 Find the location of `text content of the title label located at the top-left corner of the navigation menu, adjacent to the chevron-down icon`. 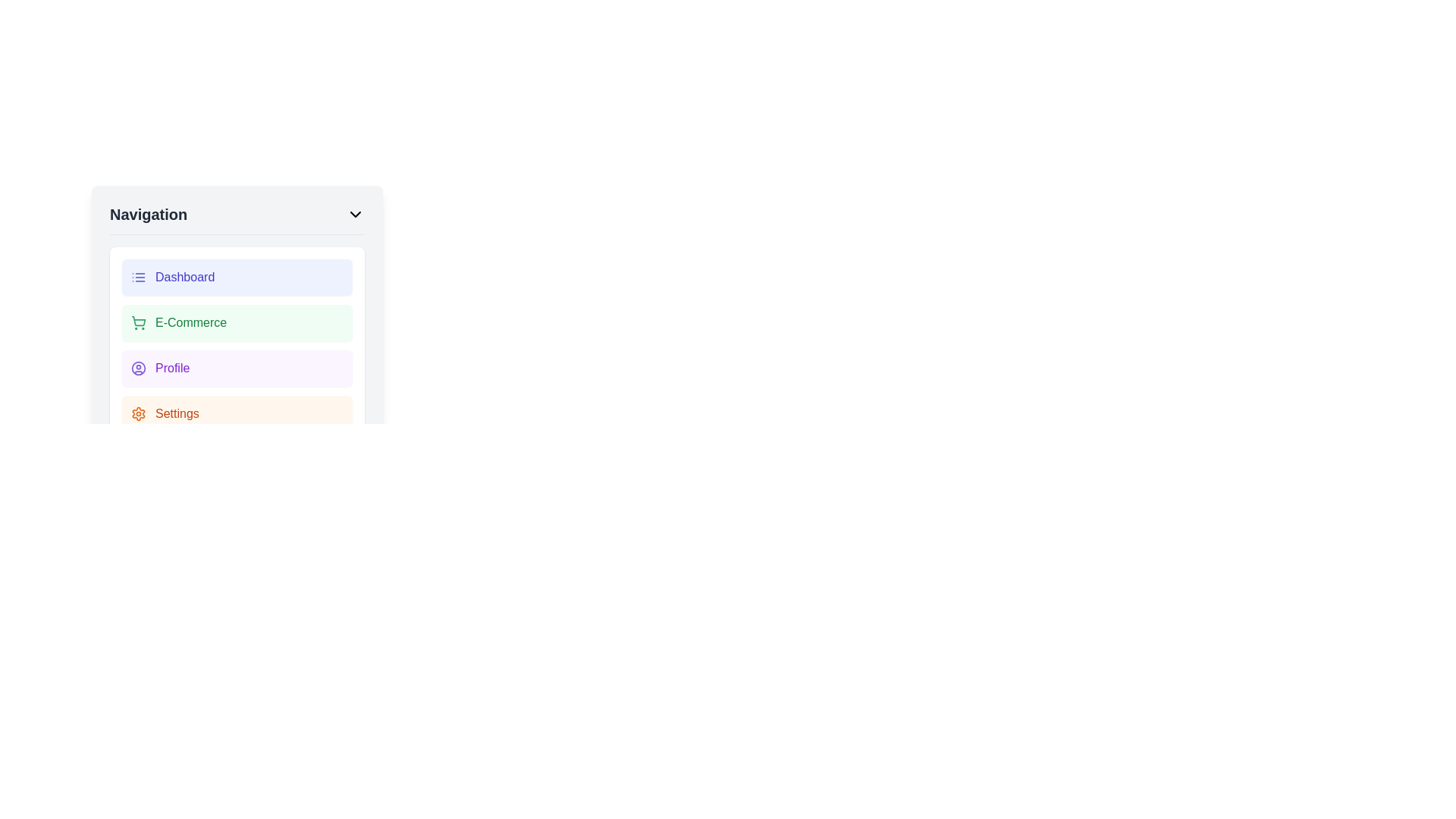

text content of the title label located at the top-left corner of the navigation menu, adjacent to the chevron-down icon is located at coordinates (149, 214).